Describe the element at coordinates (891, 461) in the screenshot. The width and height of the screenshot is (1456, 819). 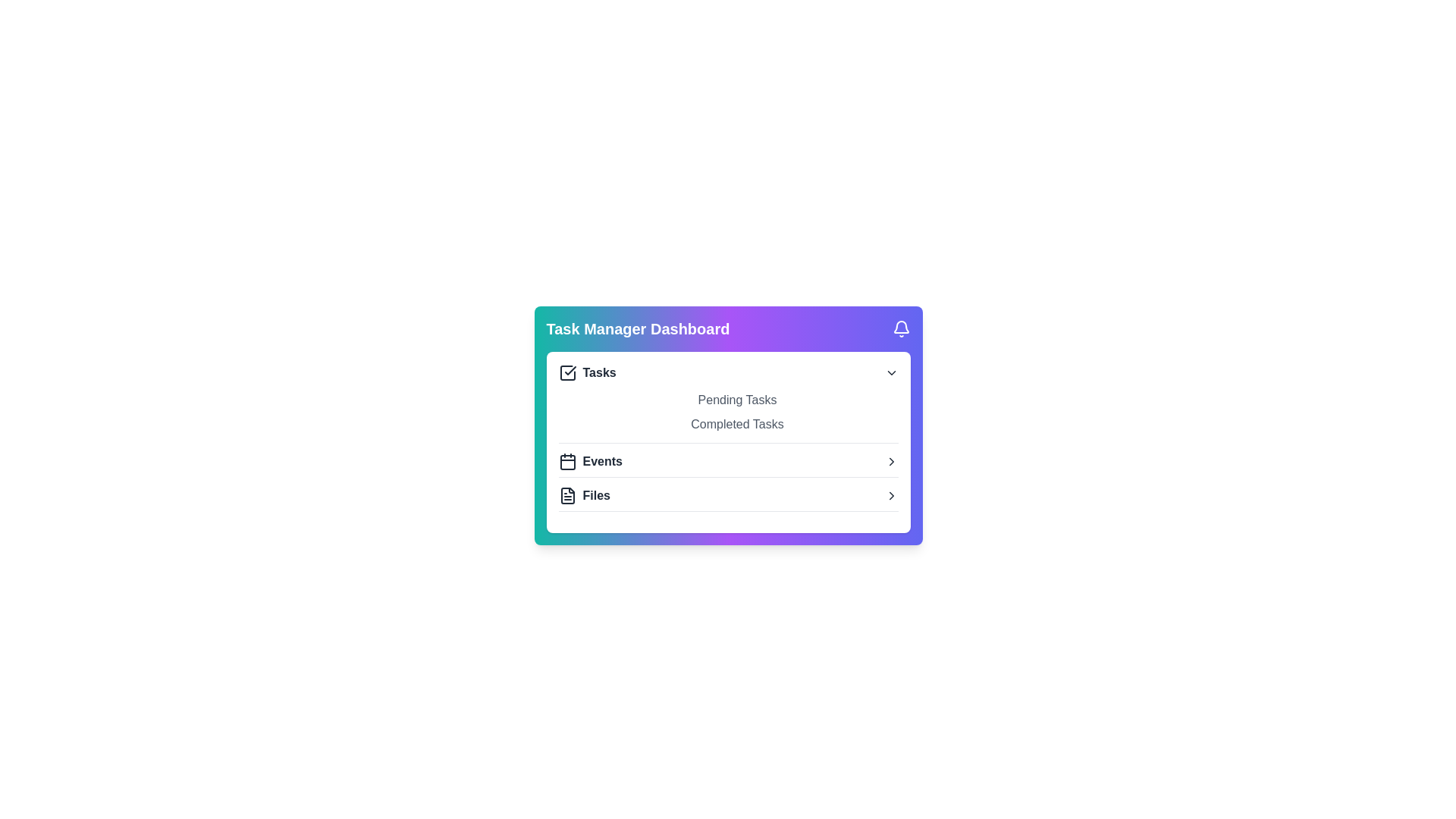
I see `the right-pointing chevron icon next to the 'Events' section` at that location.